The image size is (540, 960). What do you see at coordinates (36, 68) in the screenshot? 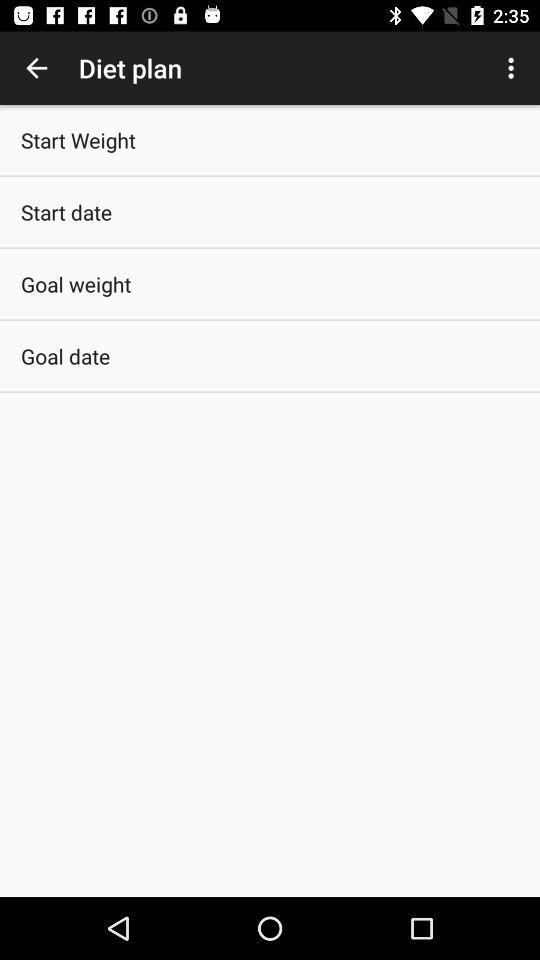
I see `item above start weight` at bounding box center [36, 68].